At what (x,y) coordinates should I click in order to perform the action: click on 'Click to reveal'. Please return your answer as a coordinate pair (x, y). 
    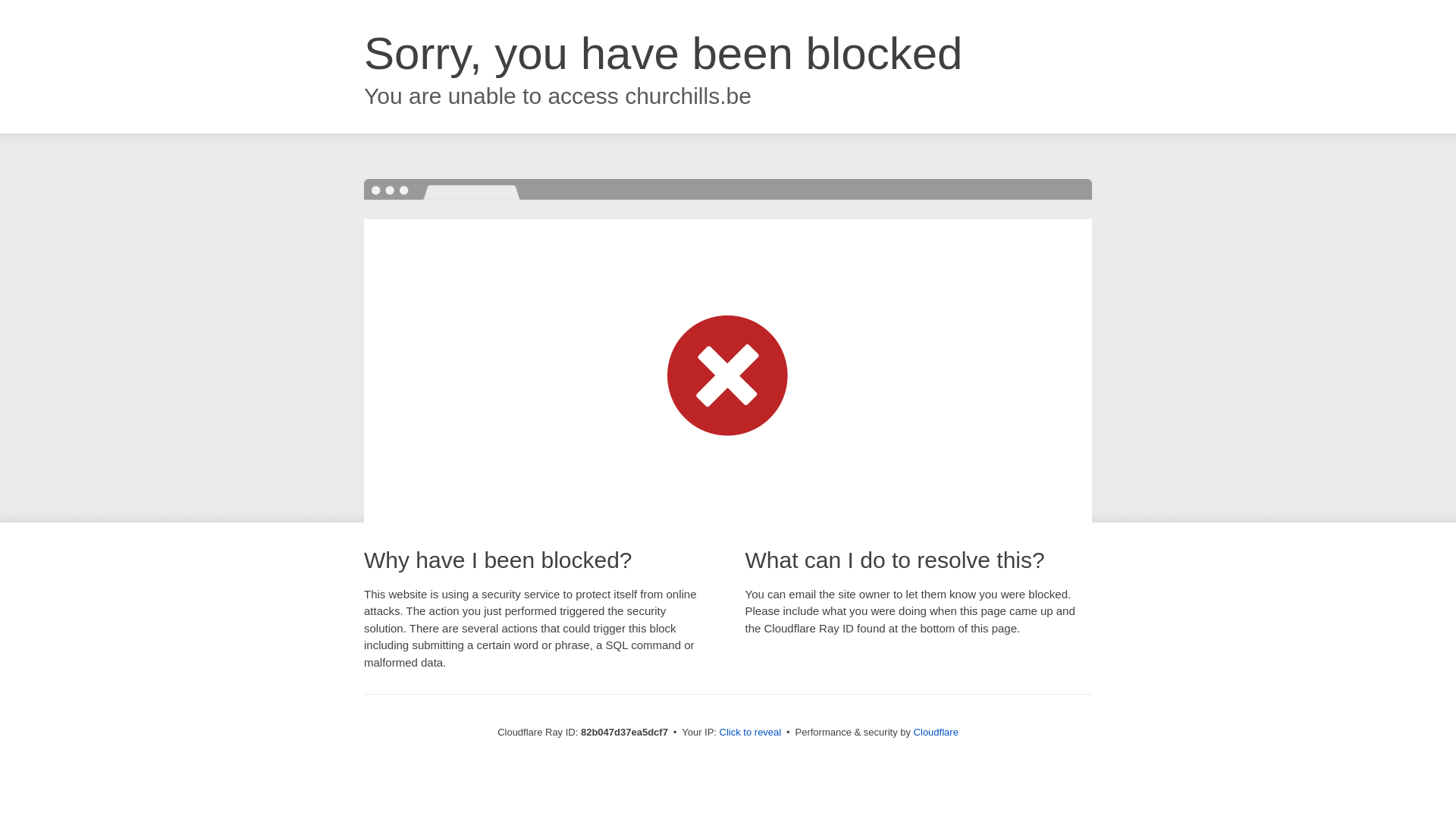
    Looking at the image, I should click on (750, 731).